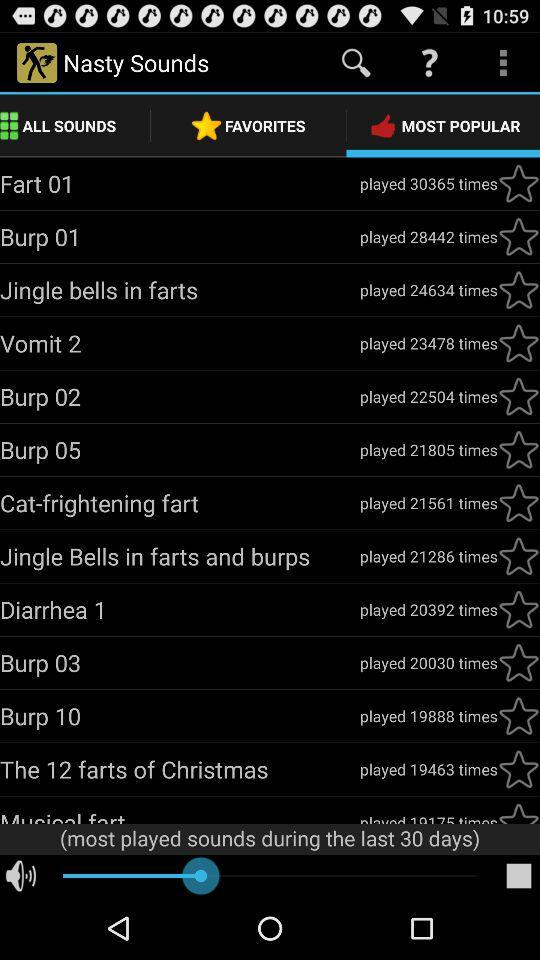 The image size is (540, 960). I want to click on favourite click, so click(518, 556).